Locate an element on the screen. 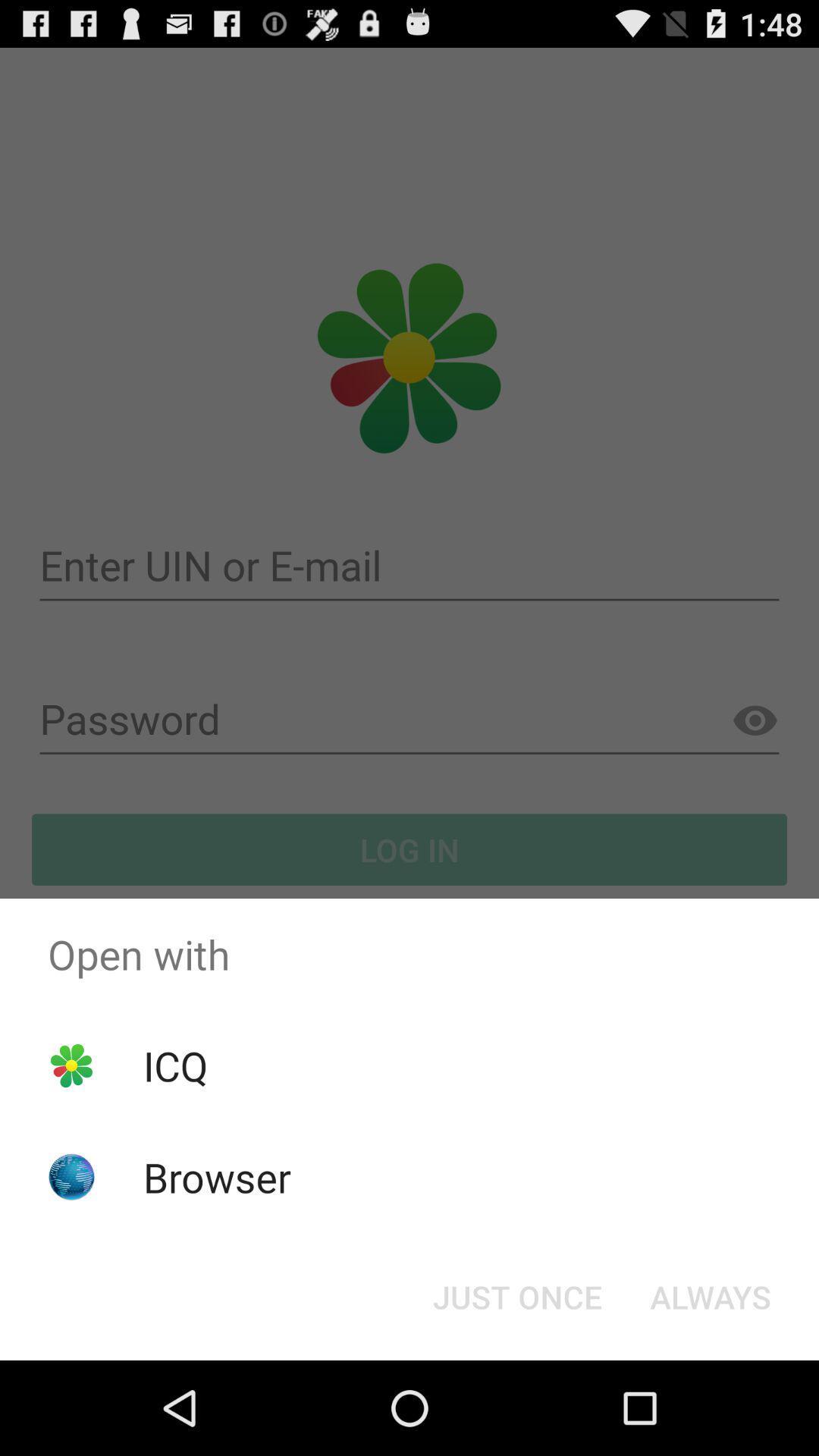 The image size is (819, 1456). item below open with icon is located at coordinates (174, 1065).